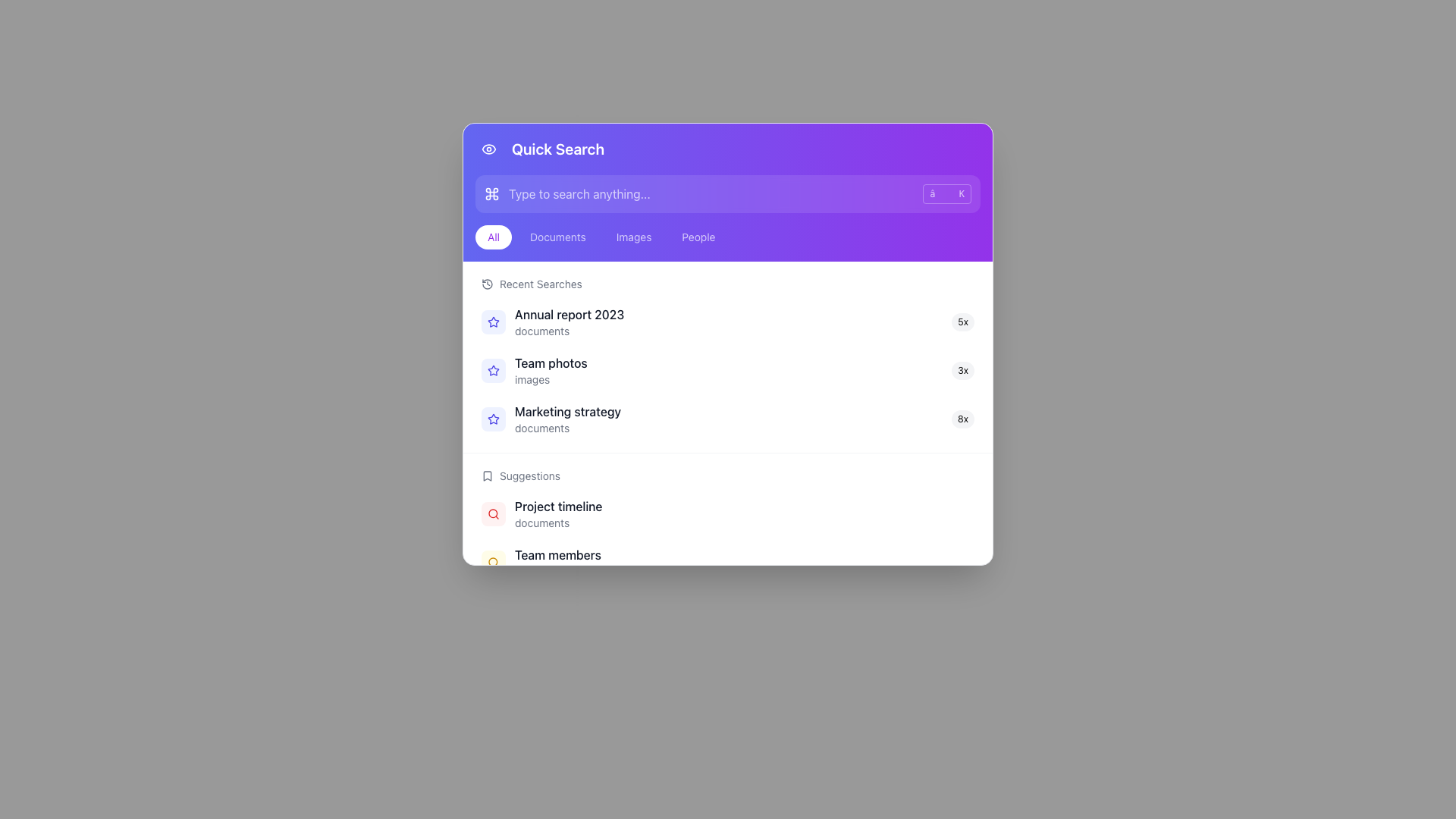 The width and height of the screenshot is (1456, 819). I want to click on the 'Recent Searches' label which is located in the top-left section of the content panel, serving as a heading for recently searched items, so click(541, 284).